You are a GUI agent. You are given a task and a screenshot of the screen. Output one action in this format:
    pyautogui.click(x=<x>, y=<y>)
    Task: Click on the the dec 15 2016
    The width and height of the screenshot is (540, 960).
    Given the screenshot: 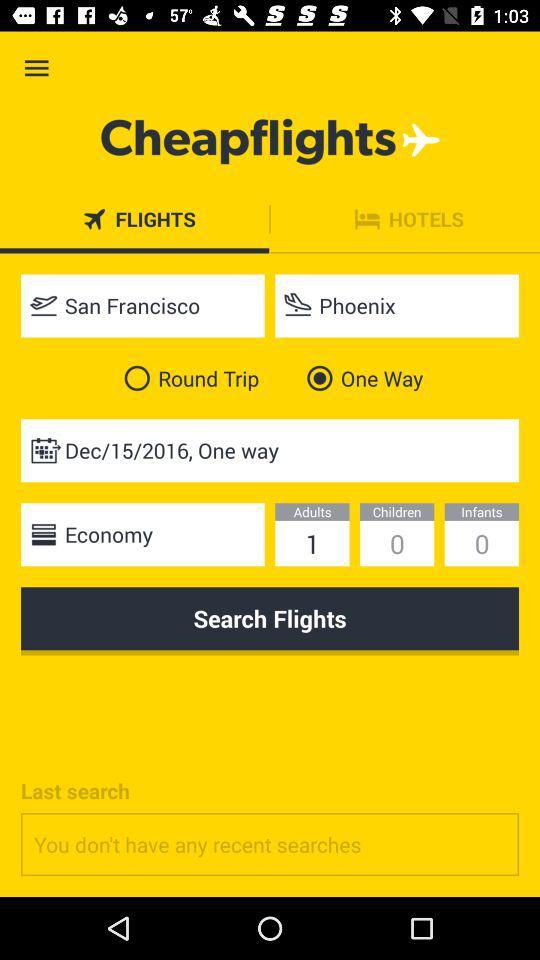 What is the action you would take?
    pyautogui.click(x=270, y=450)
    